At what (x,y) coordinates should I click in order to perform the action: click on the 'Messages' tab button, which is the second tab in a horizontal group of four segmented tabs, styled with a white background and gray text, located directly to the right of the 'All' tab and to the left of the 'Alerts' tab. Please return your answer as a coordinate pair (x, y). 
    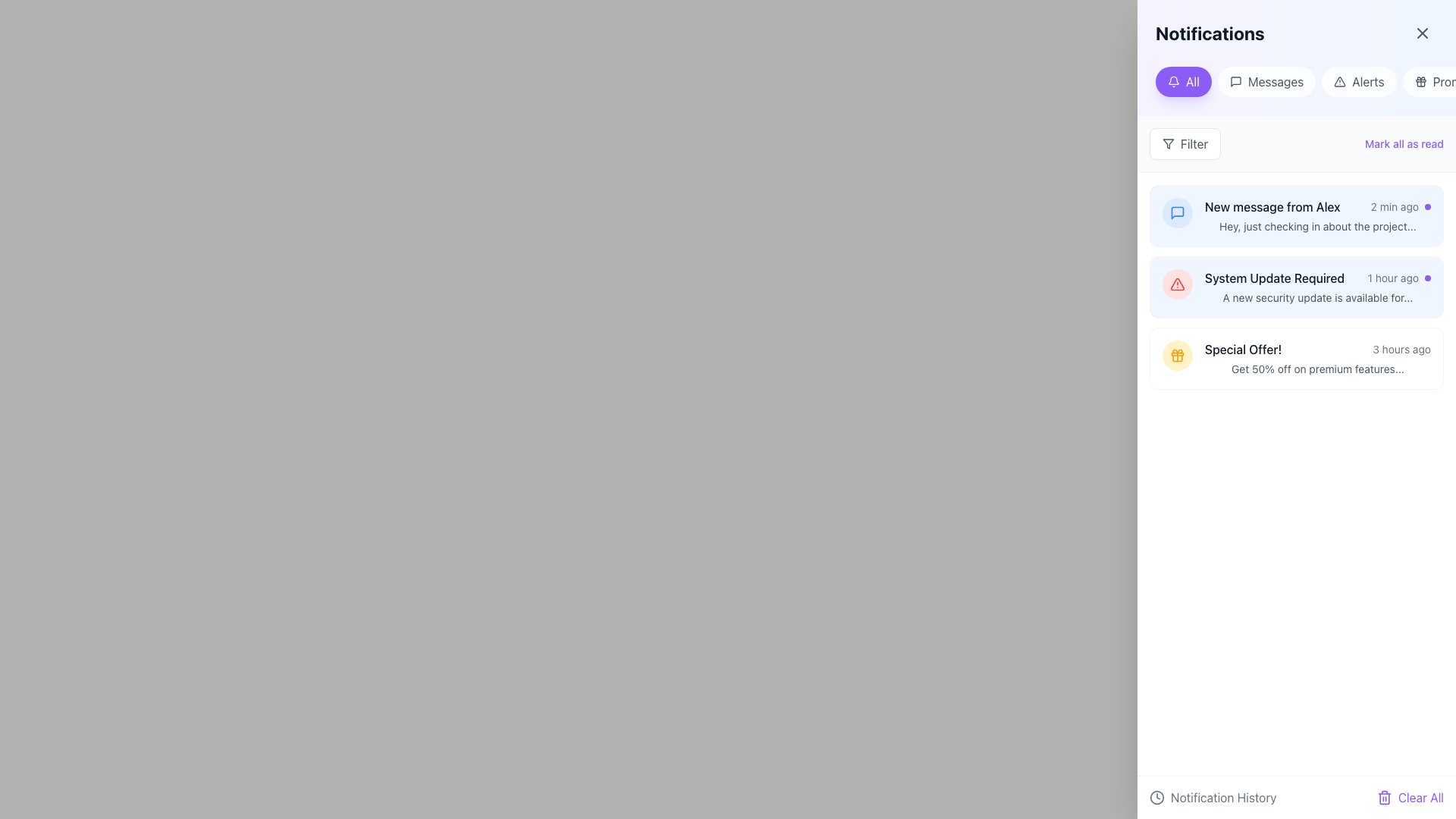
    Looking at the image, I should click on (1295, 82).